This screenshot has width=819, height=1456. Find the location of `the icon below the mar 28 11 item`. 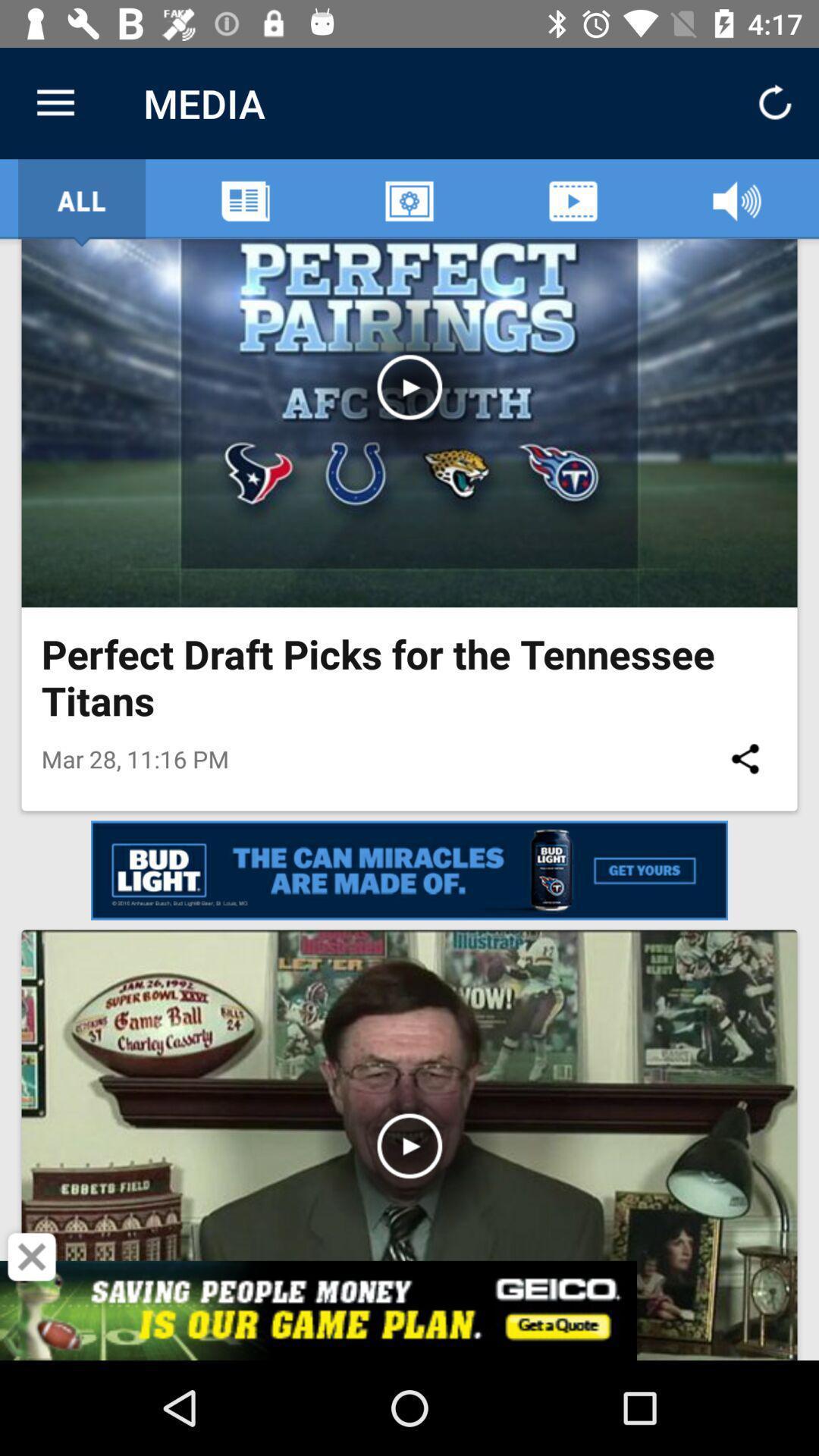

the icon below the mar 28 11 item is located at coordinates (32, 1257).